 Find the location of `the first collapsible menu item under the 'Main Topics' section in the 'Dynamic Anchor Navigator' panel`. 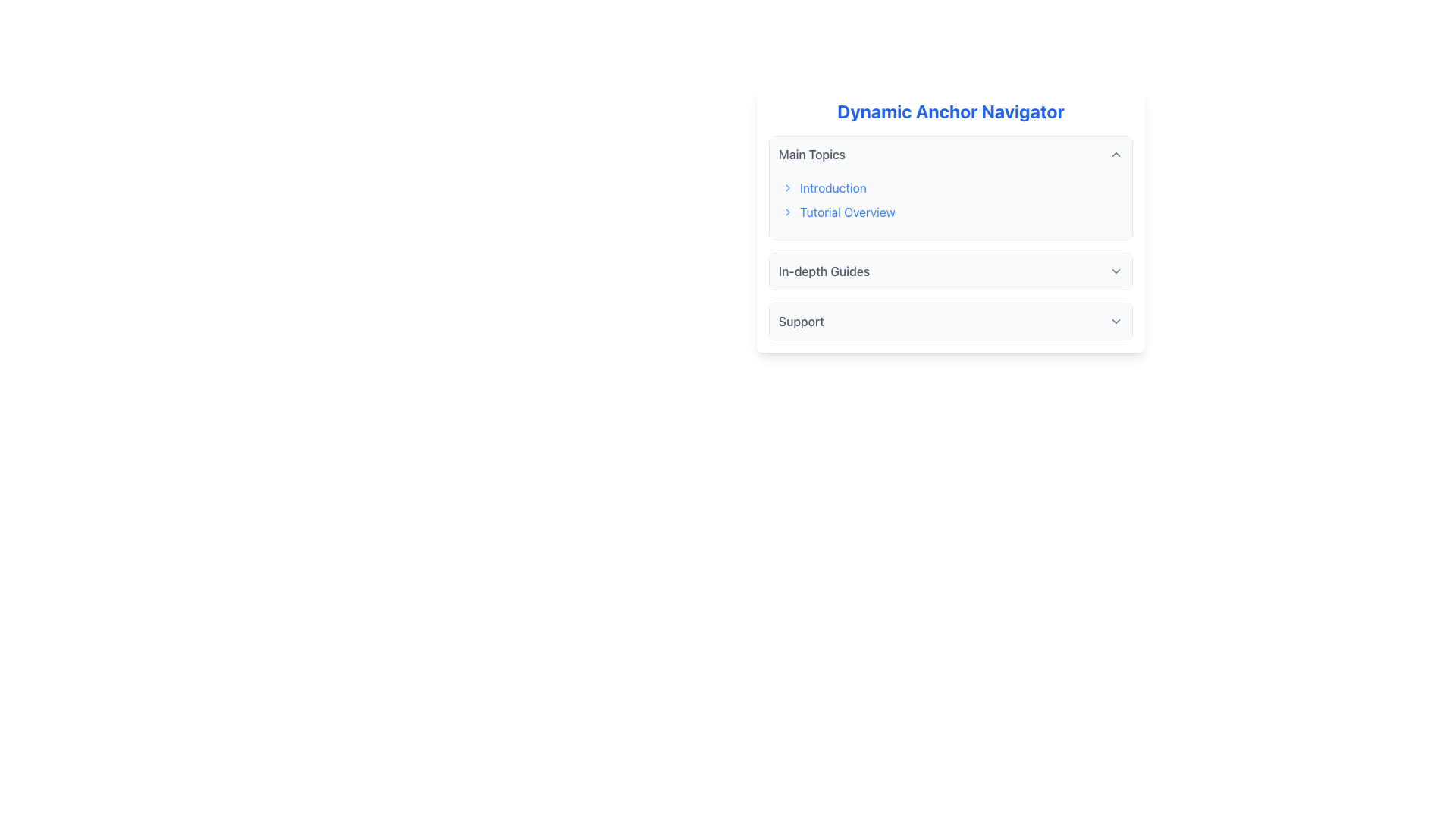

the first collapsible menu item under the 'Main Topics' section in the 'Dynamic Anchor Navigator' panel is located at coordinates (949, 271).